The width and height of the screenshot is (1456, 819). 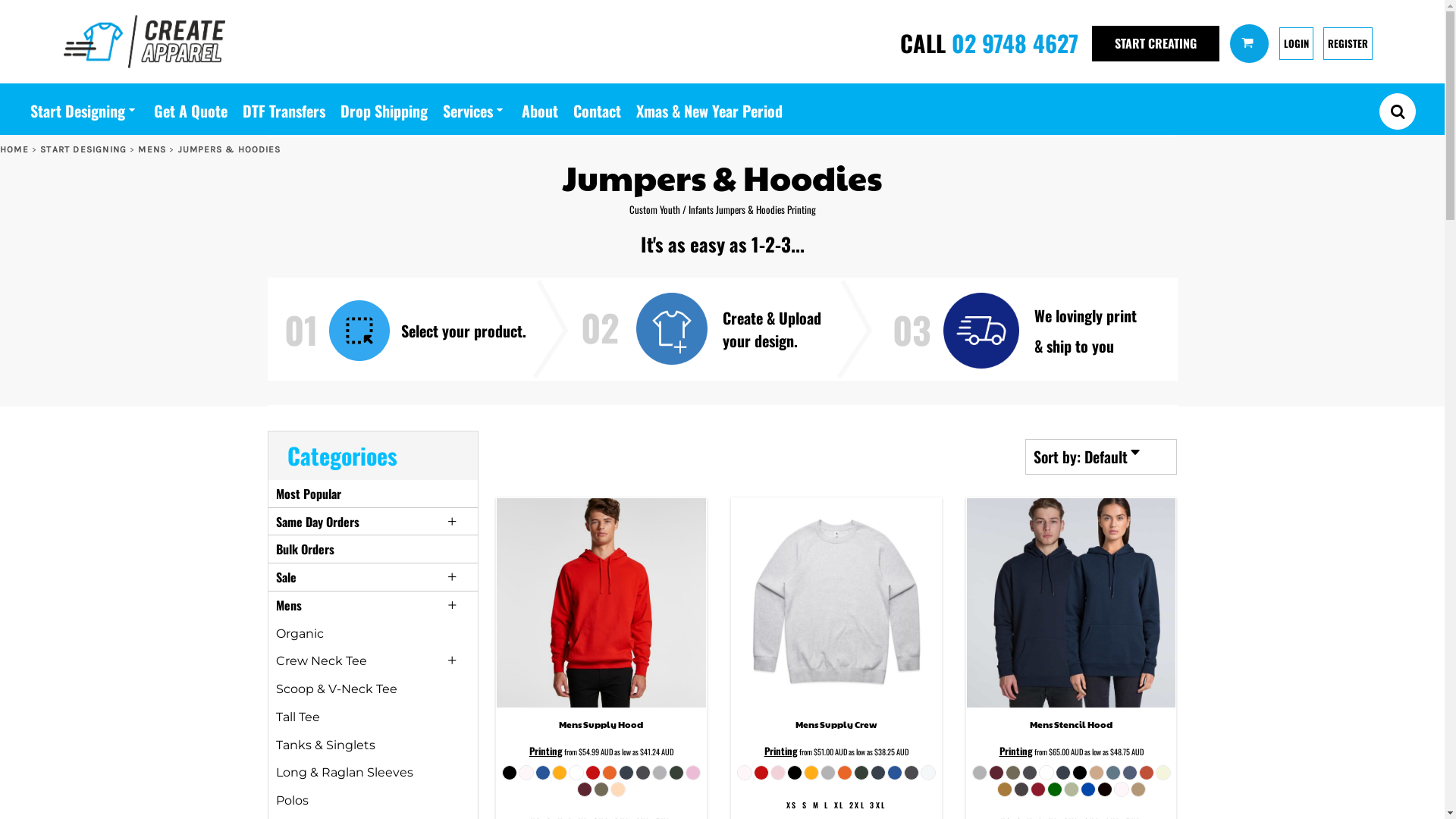 I want to click on 'LOGIN', so click(x=1295, y=42).